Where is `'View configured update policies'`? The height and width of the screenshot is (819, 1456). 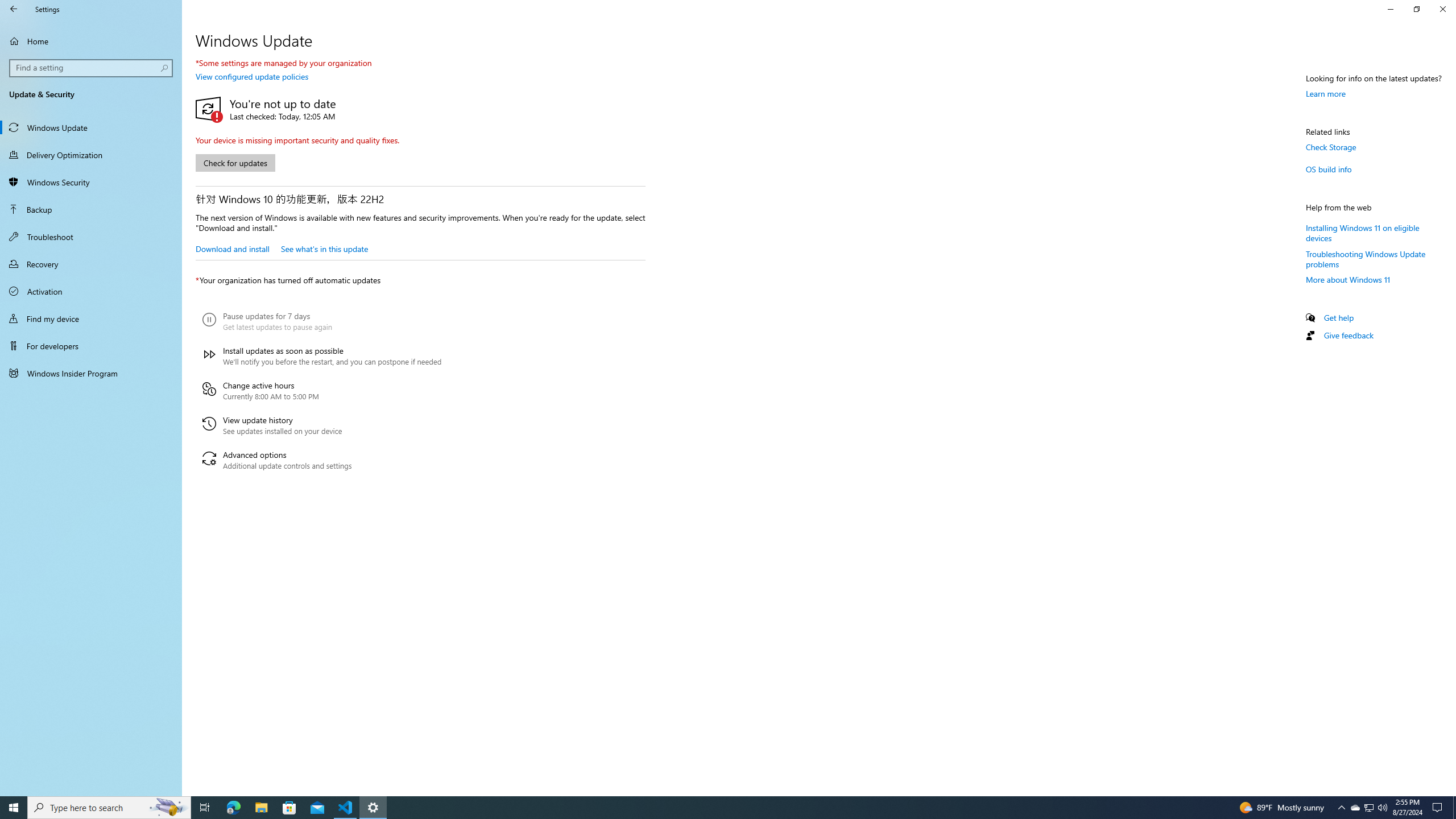
'View configured update policies' is located at coordinates (251, 76).